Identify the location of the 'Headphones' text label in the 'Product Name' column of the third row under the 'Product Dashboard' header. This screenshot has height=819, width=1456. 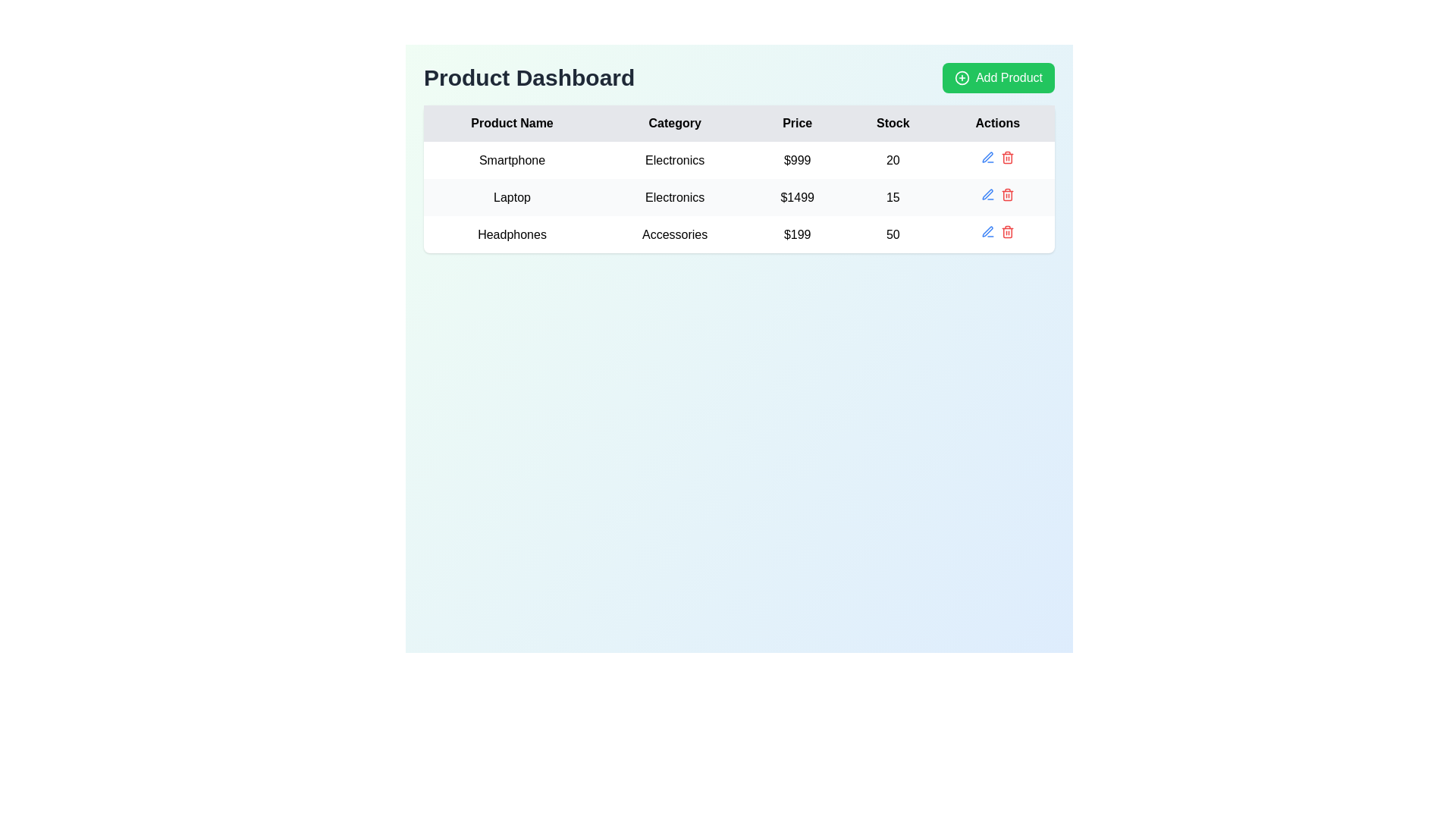
(512, 234).